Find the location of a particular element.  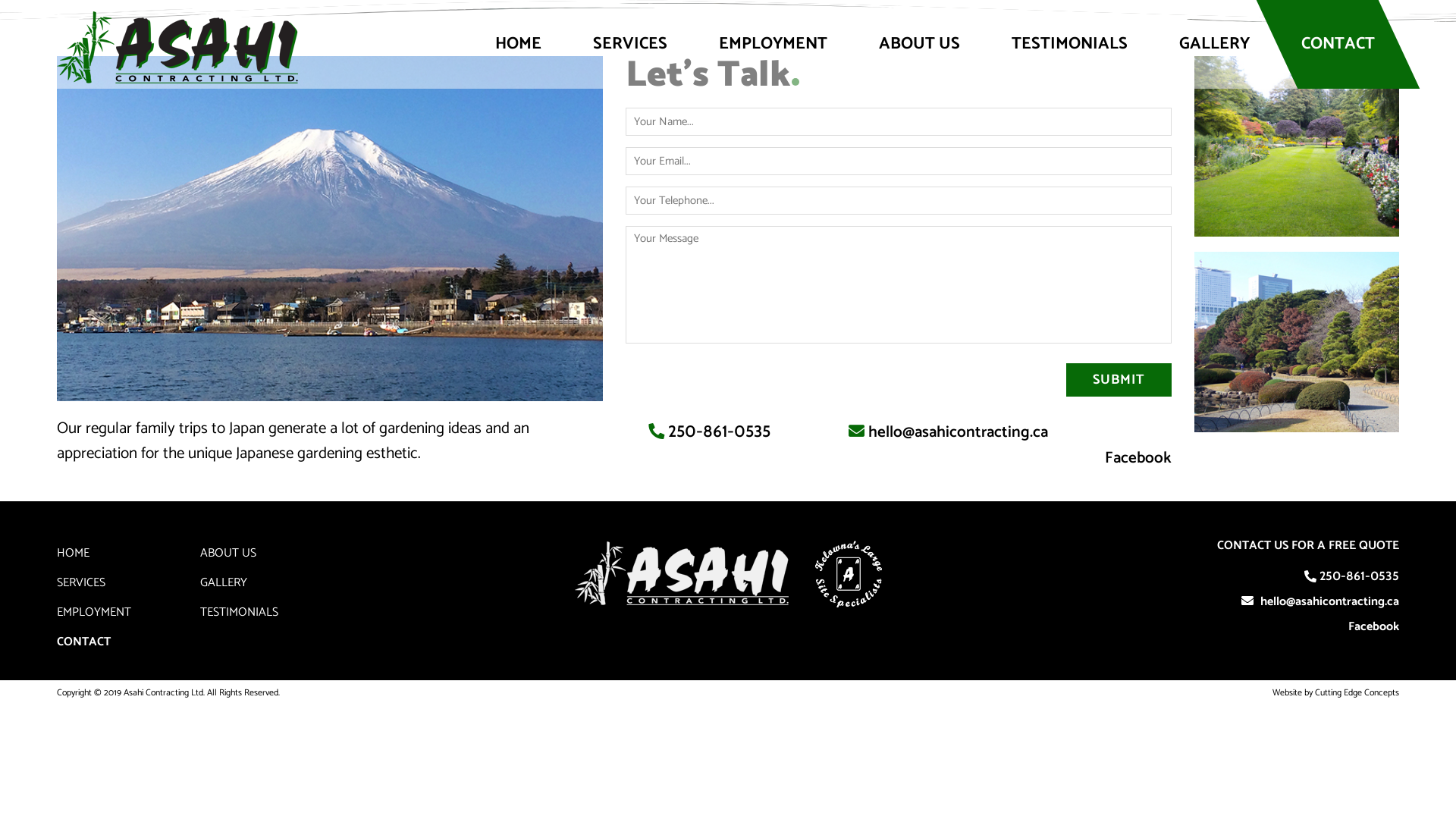

'Submit' is located at coordinates (1119, 379).